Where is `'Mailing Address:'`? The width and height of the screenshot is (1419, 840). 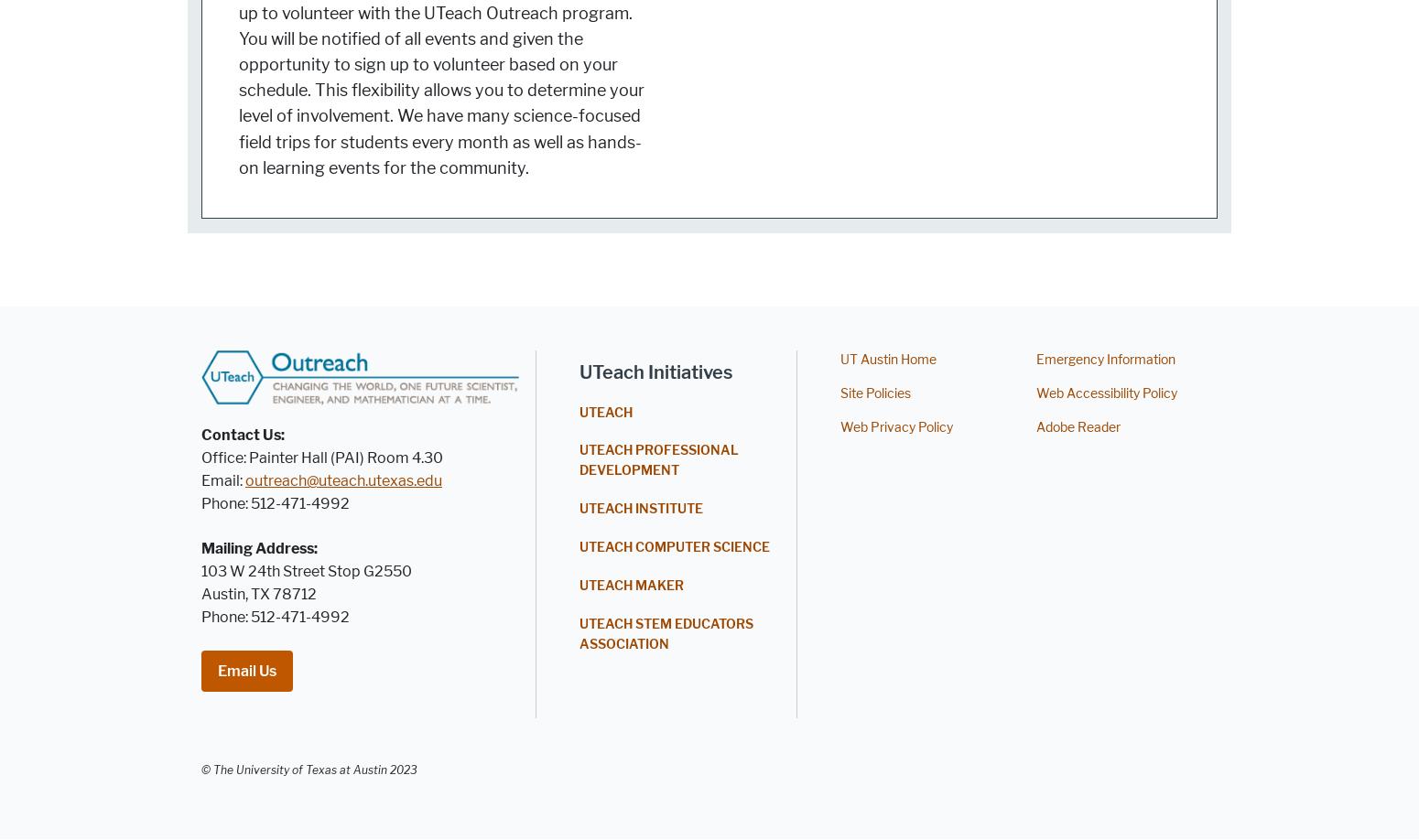
'Mailing Address:' is located at coordinates (259, 546).